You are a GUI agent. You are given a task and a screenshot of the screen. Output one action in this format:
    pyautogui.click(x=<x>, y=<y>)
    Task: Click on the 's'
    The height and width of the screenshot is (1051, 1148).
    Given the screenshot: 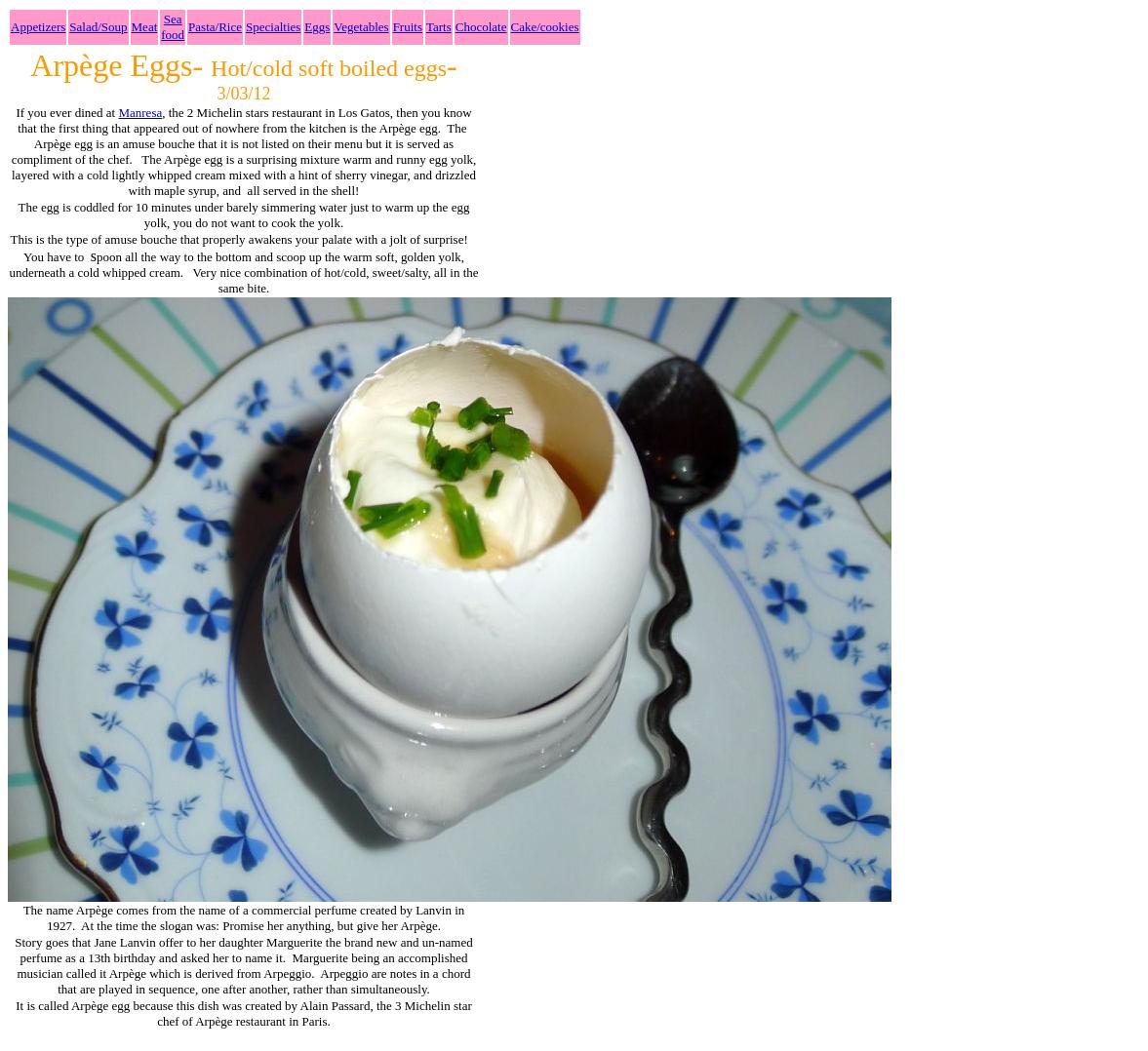 What is the action you would take?
    pyautogui.click(x=92, y=254)
    